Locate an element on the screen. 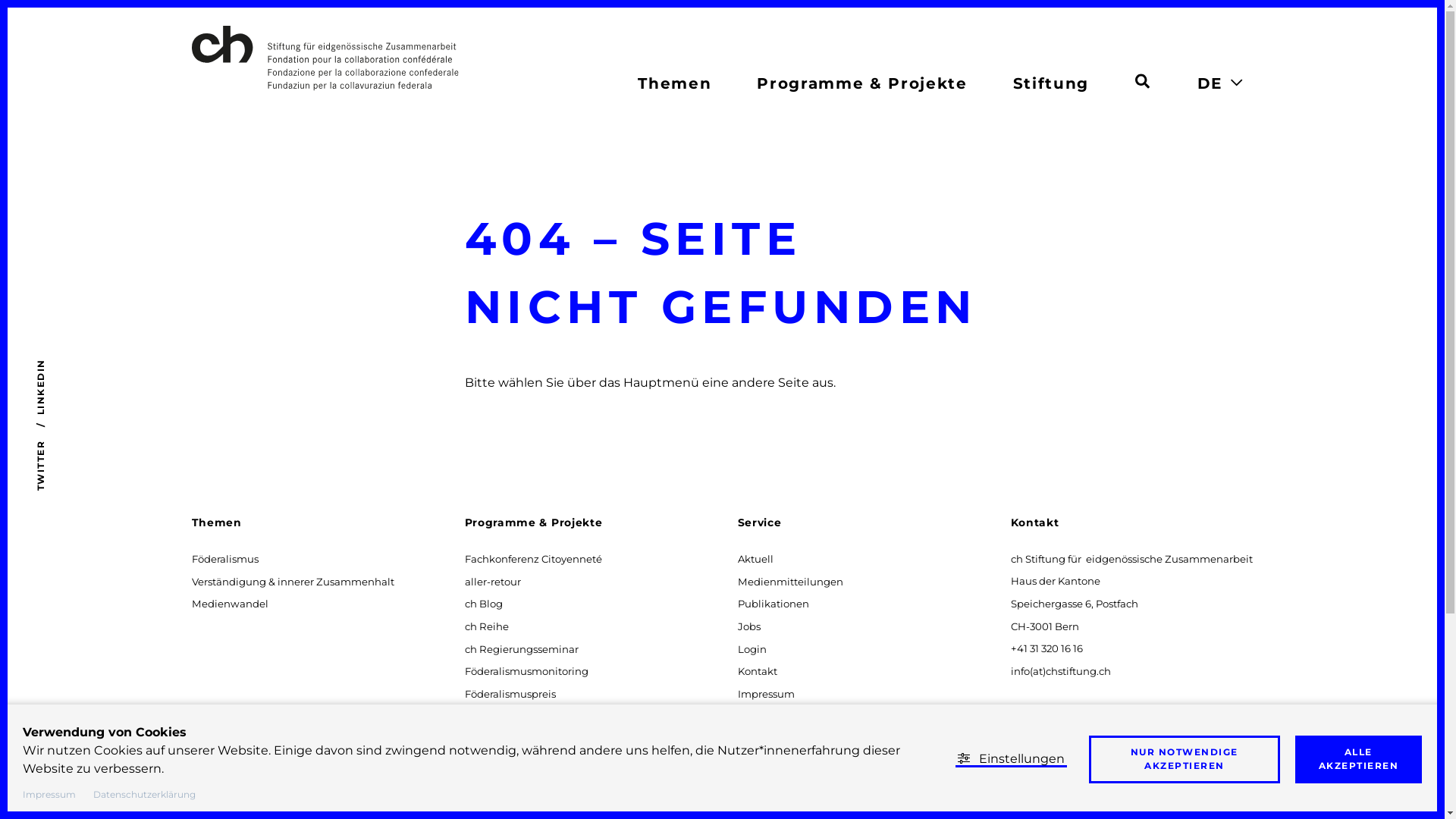 The height and width of the screenshot is (819, 1456). 'Einstellungen' is located at coordinates (1011, 758).